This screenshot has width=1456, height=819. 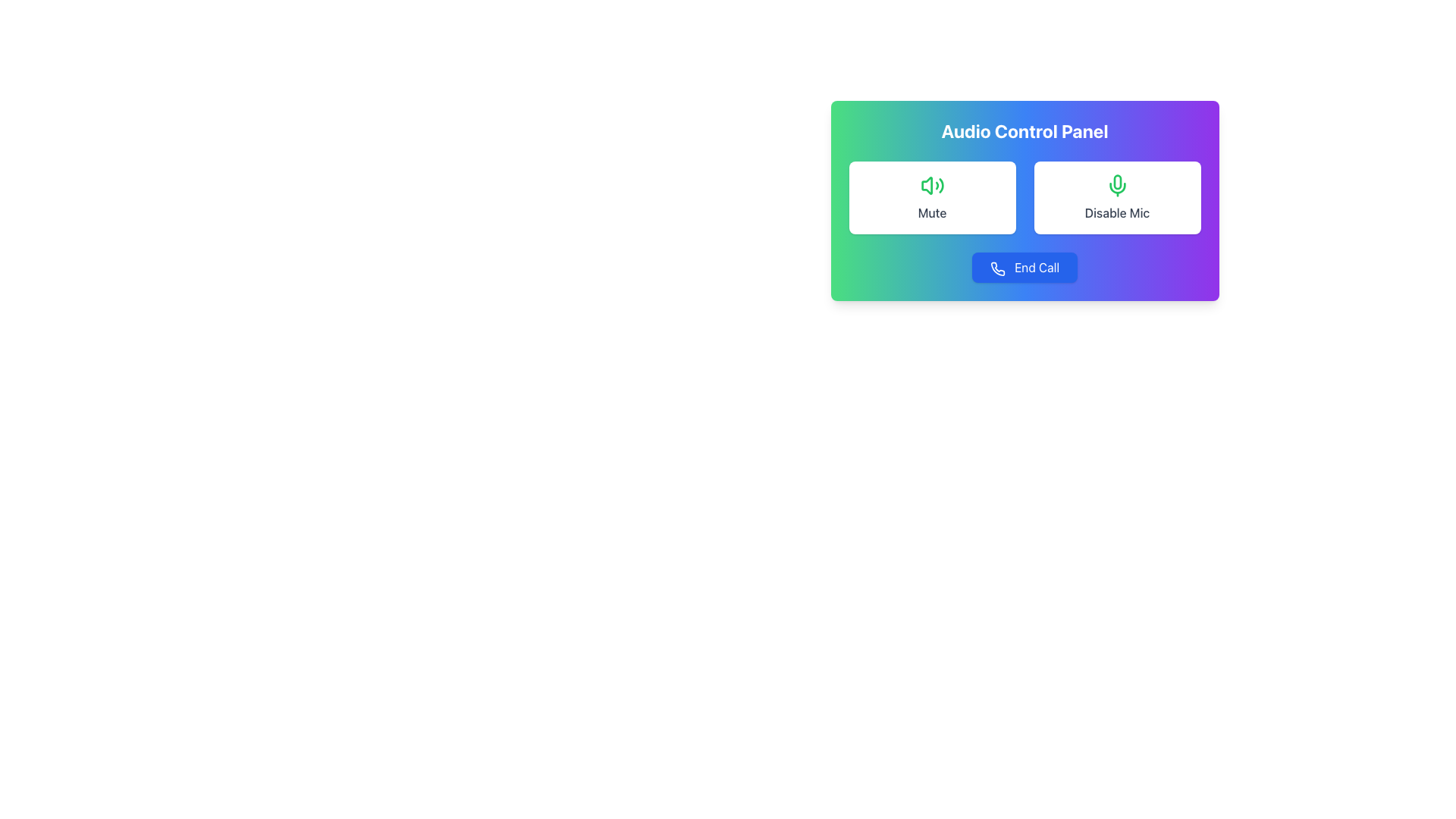 What do you see at coordinates (997, 268) in the screenshot?
I see `the stylized telephone handset icon located within the blue 'End Call' button` at bounding box center [997, 268].